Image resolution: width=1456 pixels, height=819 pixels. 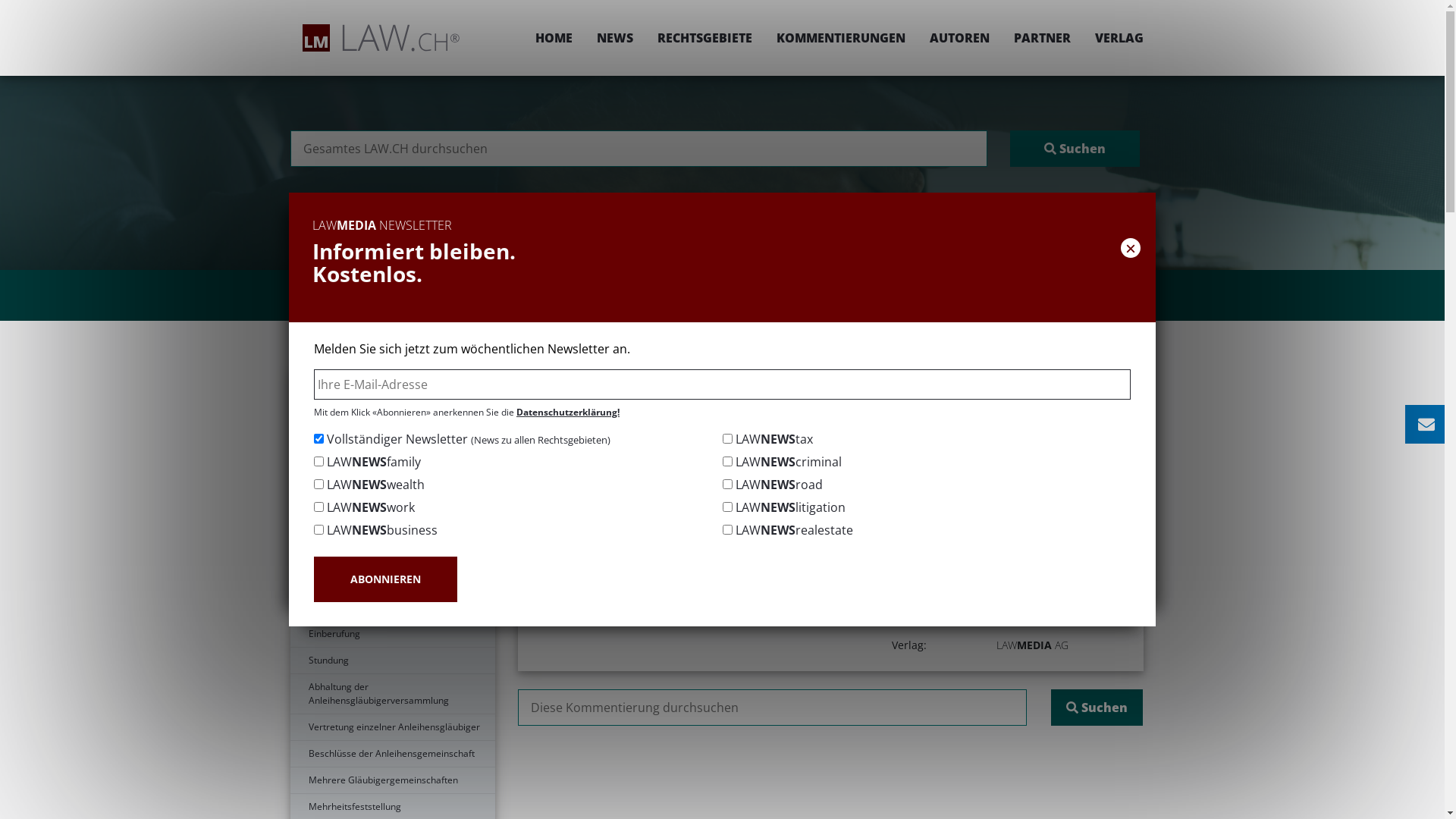 I want to click on 'KOMMENTIERUNGEN', so click(x=839, y=37).